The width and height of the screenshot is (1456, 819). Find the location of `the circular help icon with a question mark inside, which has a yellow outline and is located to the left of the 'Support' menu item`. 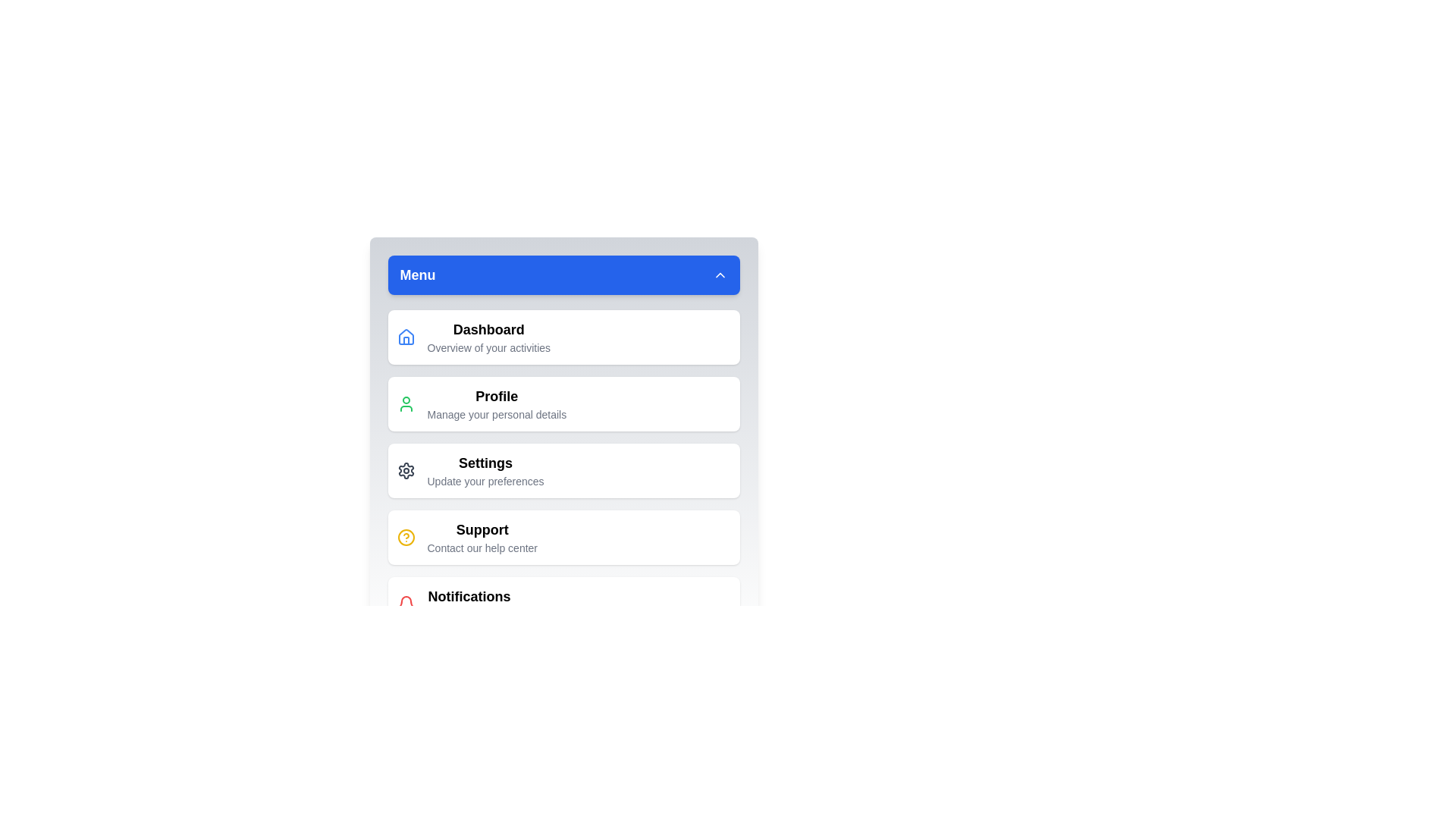

the circular help icon with a question mark inside, which has a yellow outline and is located to the left of the 'Support' menu item is located at coordinates (406, 537).